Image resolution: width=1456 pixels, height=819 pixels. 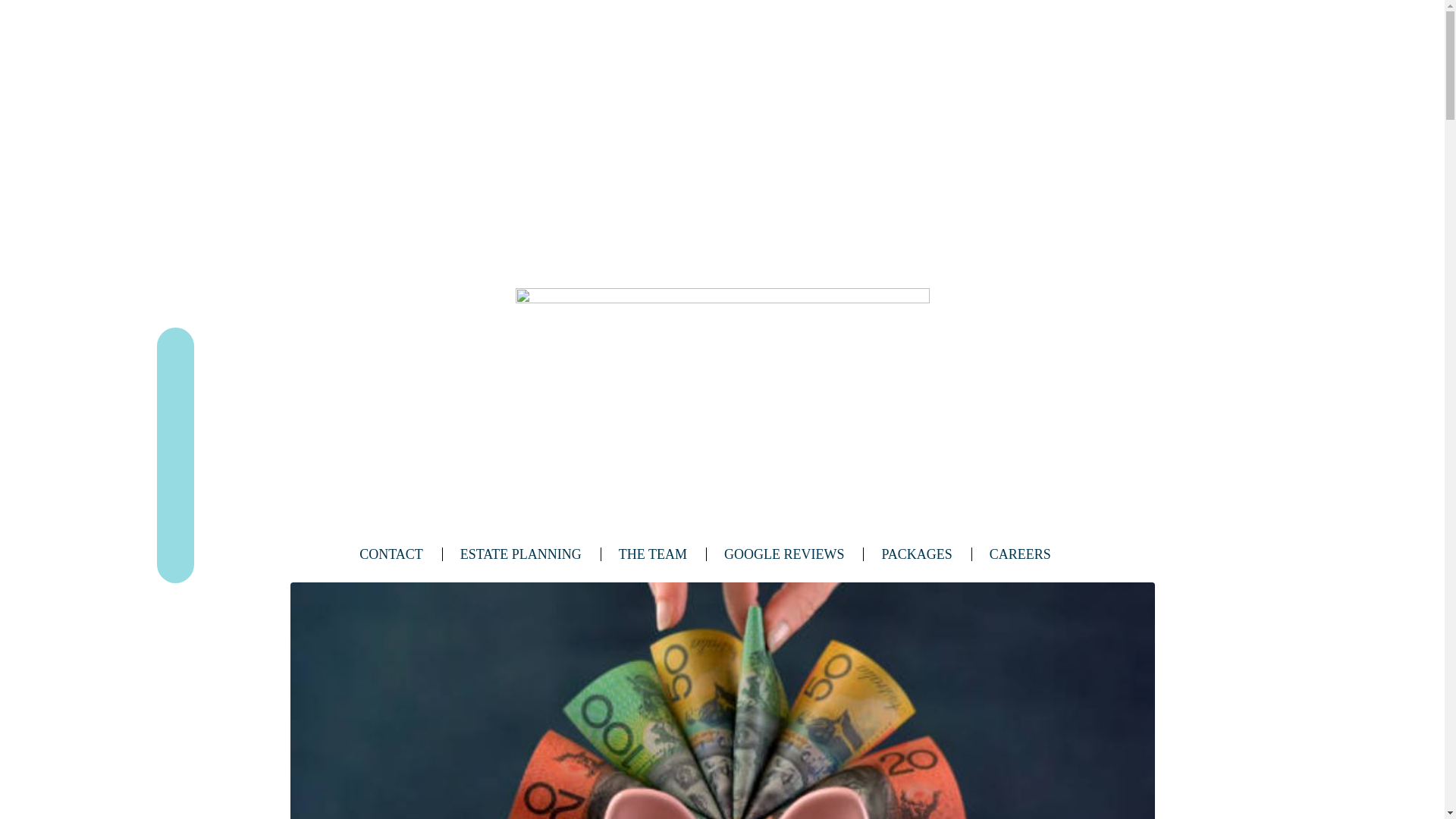 What do you see at coordinates (662, 554) in the screenshot?
I see `'THE TEAM'` at bounding box center [662, 554].